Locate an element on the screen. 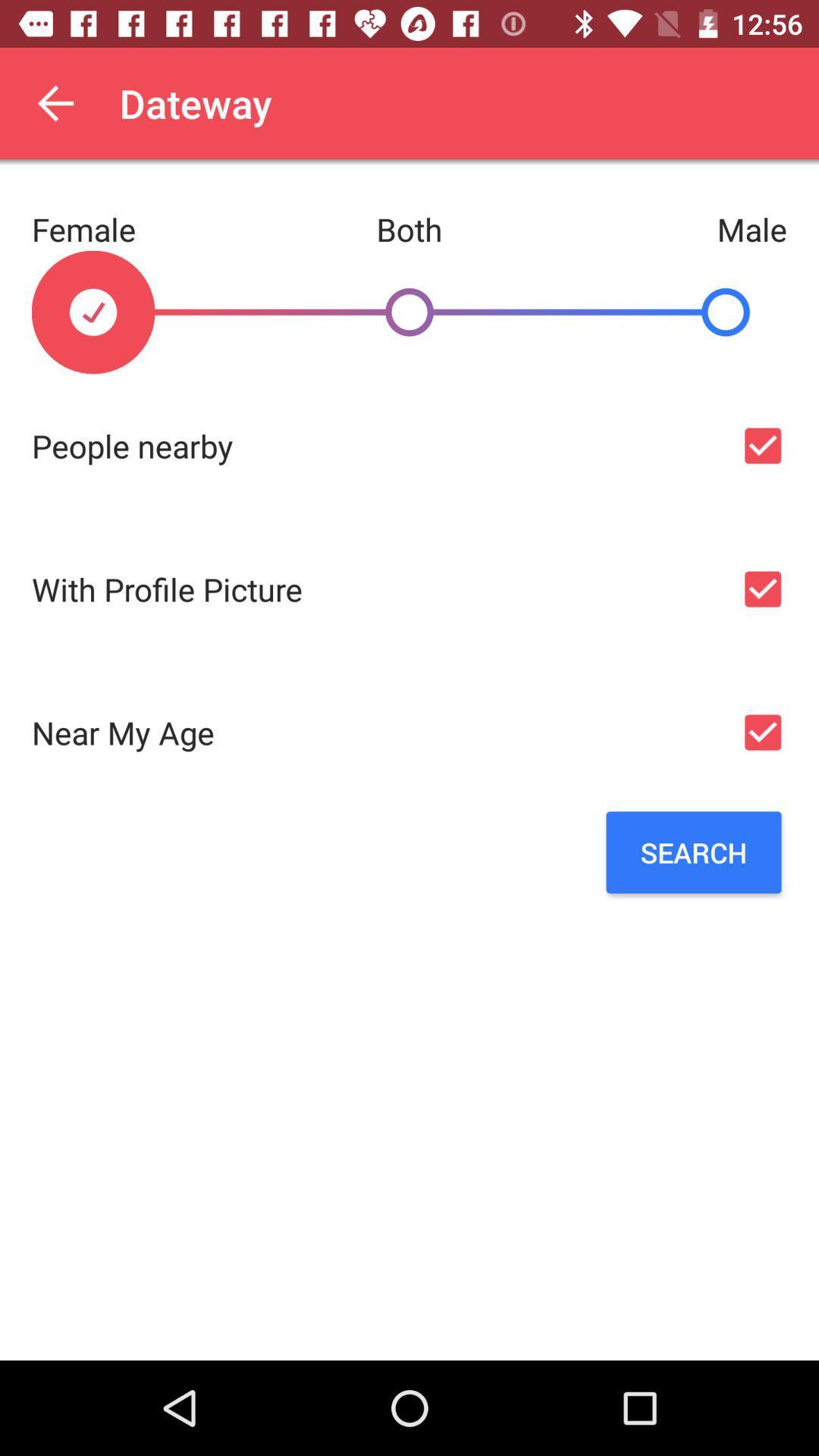  the search is located at coordinates (693, 852).